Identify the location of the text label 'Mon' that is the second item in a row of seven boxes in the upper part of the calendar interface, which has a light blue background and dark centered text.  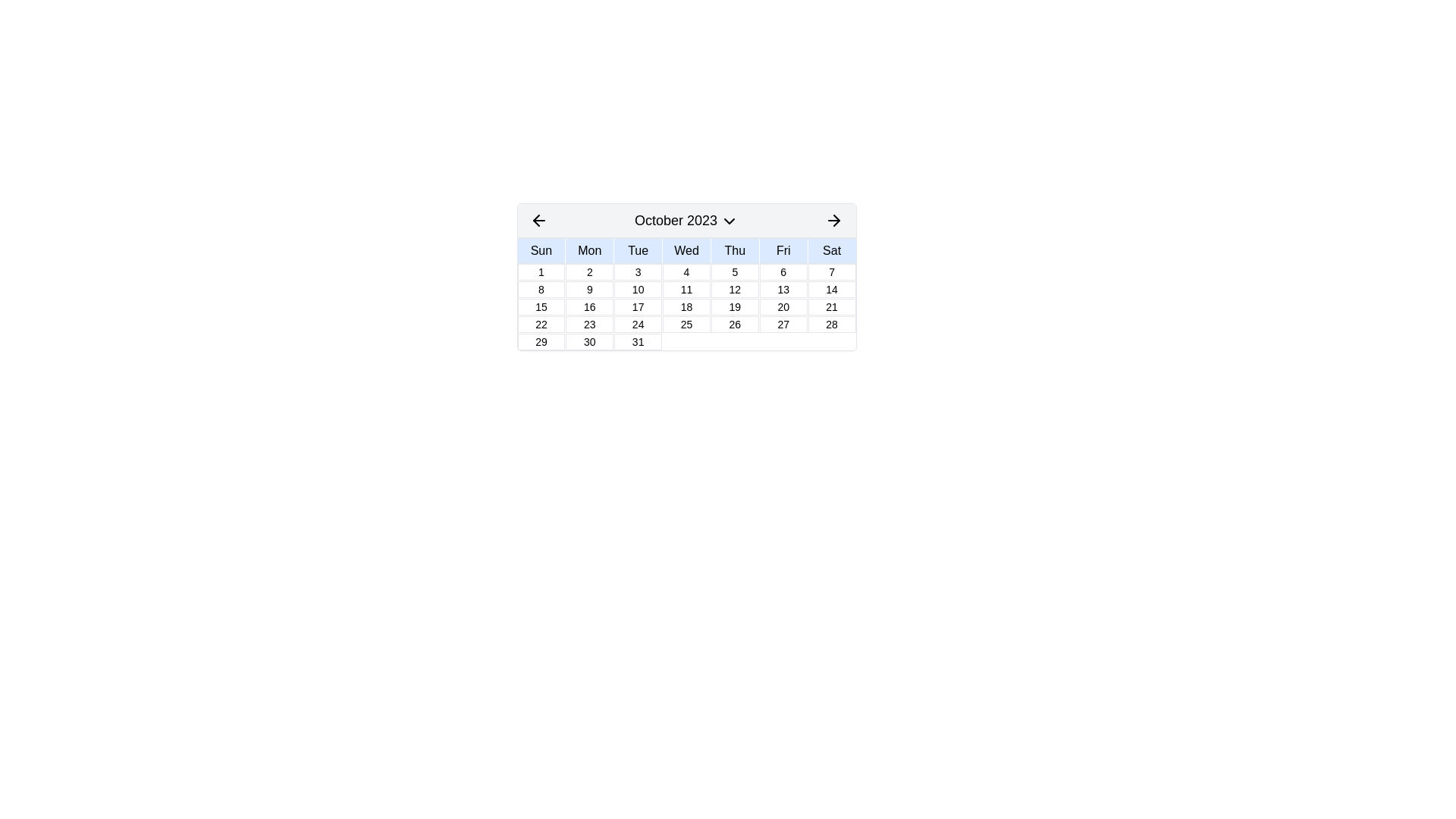
(588, 250).